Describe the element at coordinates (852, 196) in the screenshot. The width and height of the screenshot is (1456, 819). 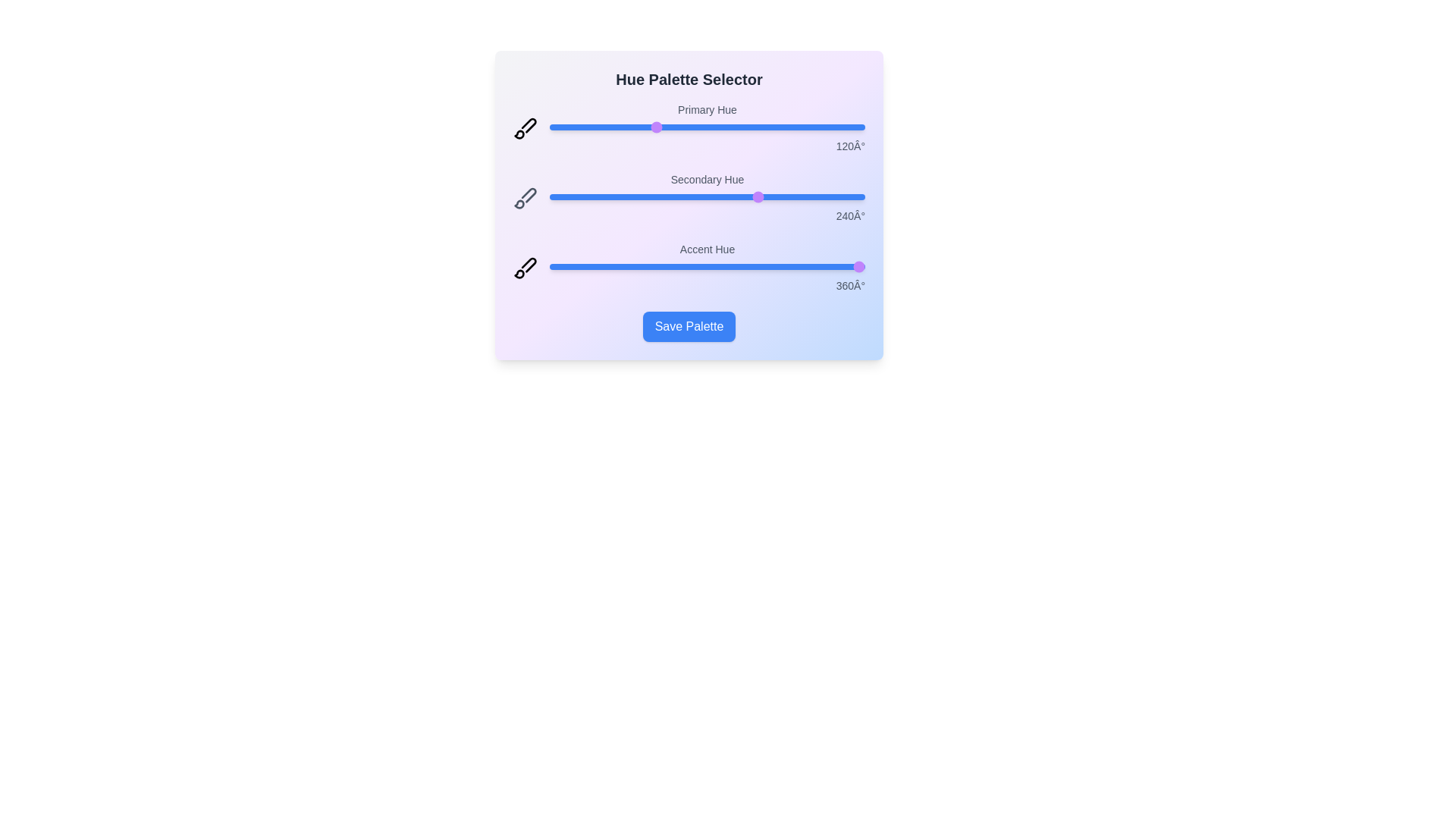
I see `the 'Secondary Hue' slider to 345 degrees` at that location.